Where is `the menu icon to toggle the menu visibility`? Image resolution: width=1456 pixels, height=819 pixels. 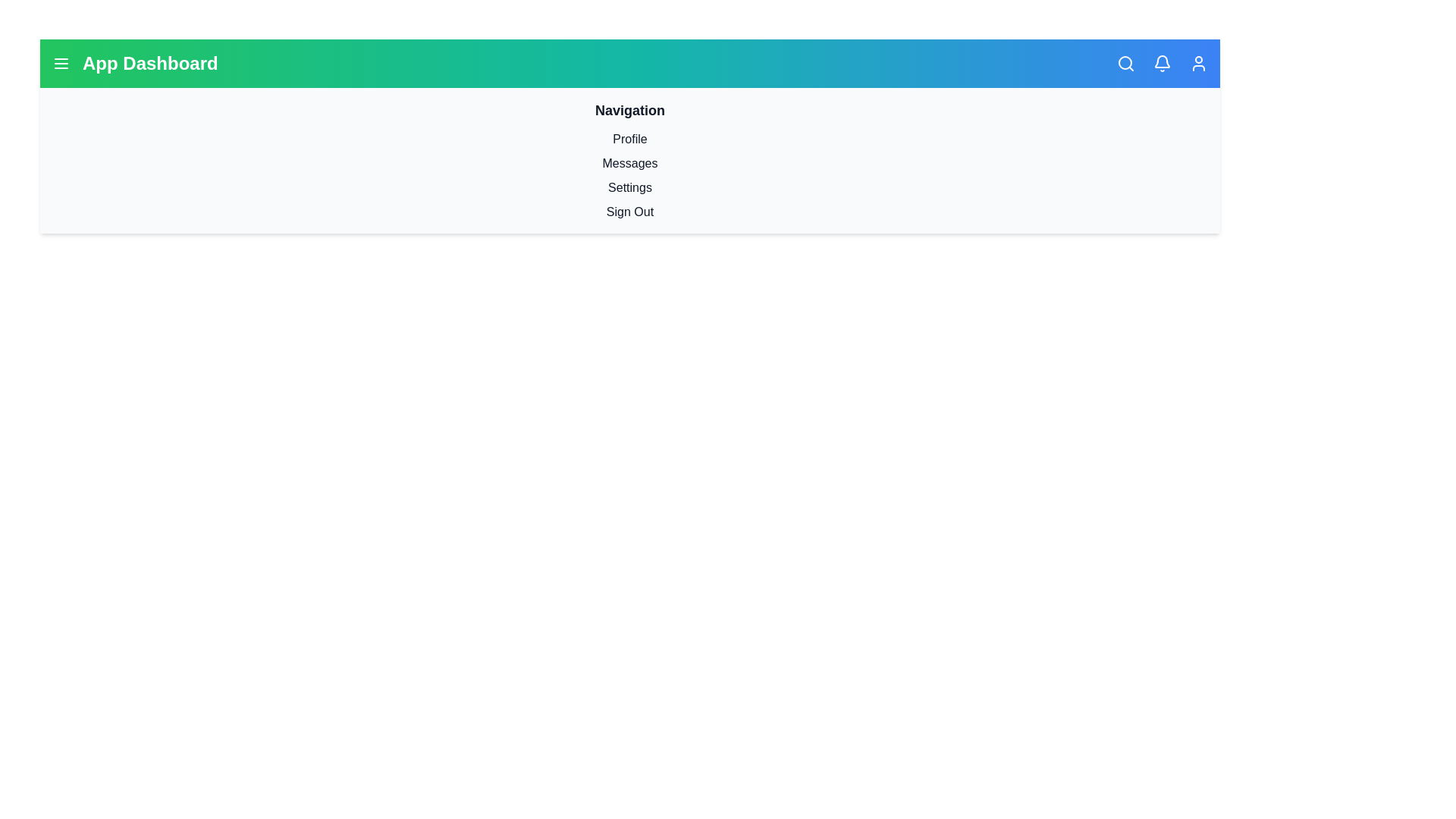
the menu icon to toggle the menu visibility is located at coordinates (61, 63).